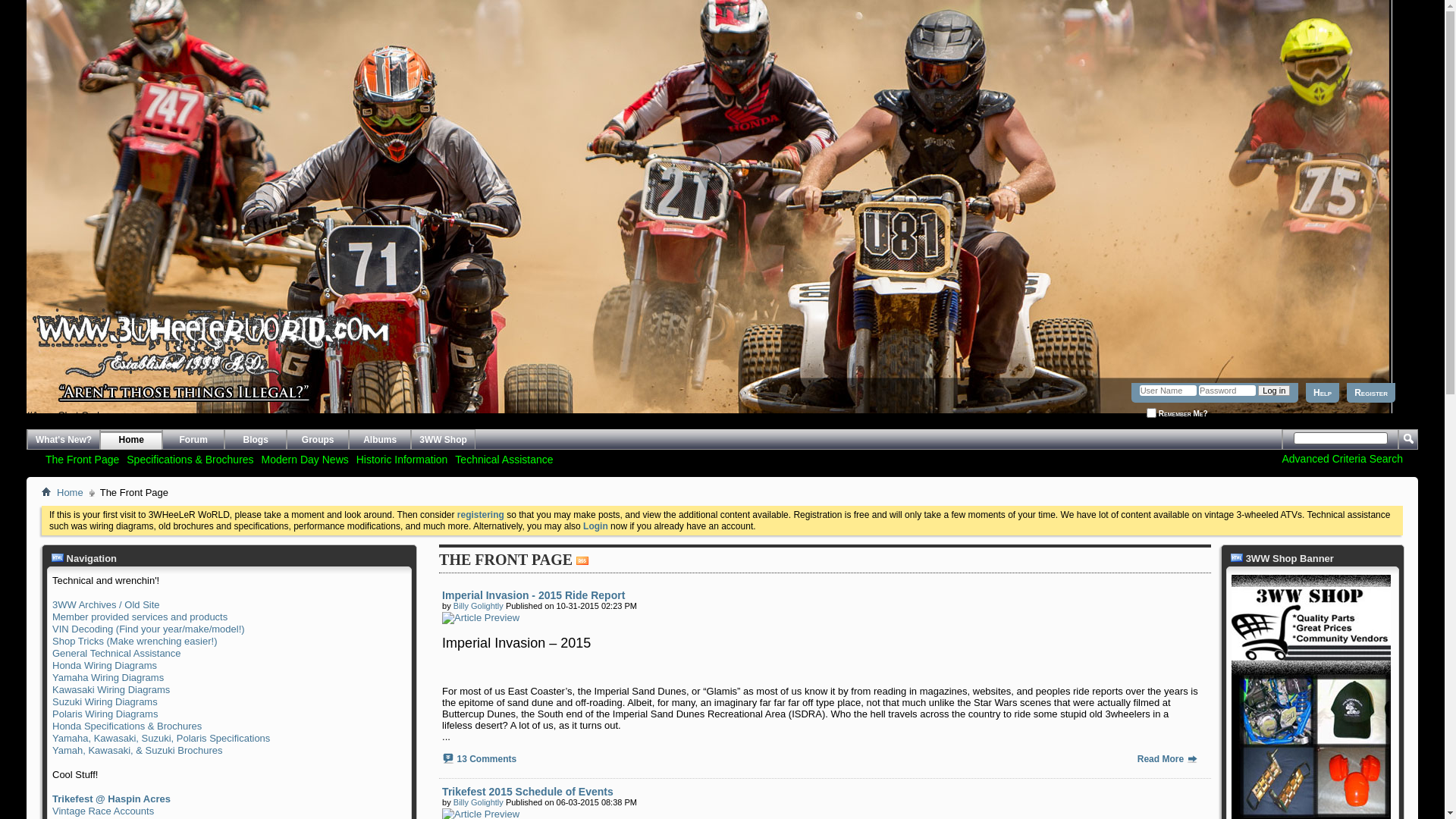 Image resolution: width=1456 pixels, height=819 pixels. What do you see at coordinates (192, 439) in the screenshot?
I see `'Forum'` at bounding box center [192, 439].